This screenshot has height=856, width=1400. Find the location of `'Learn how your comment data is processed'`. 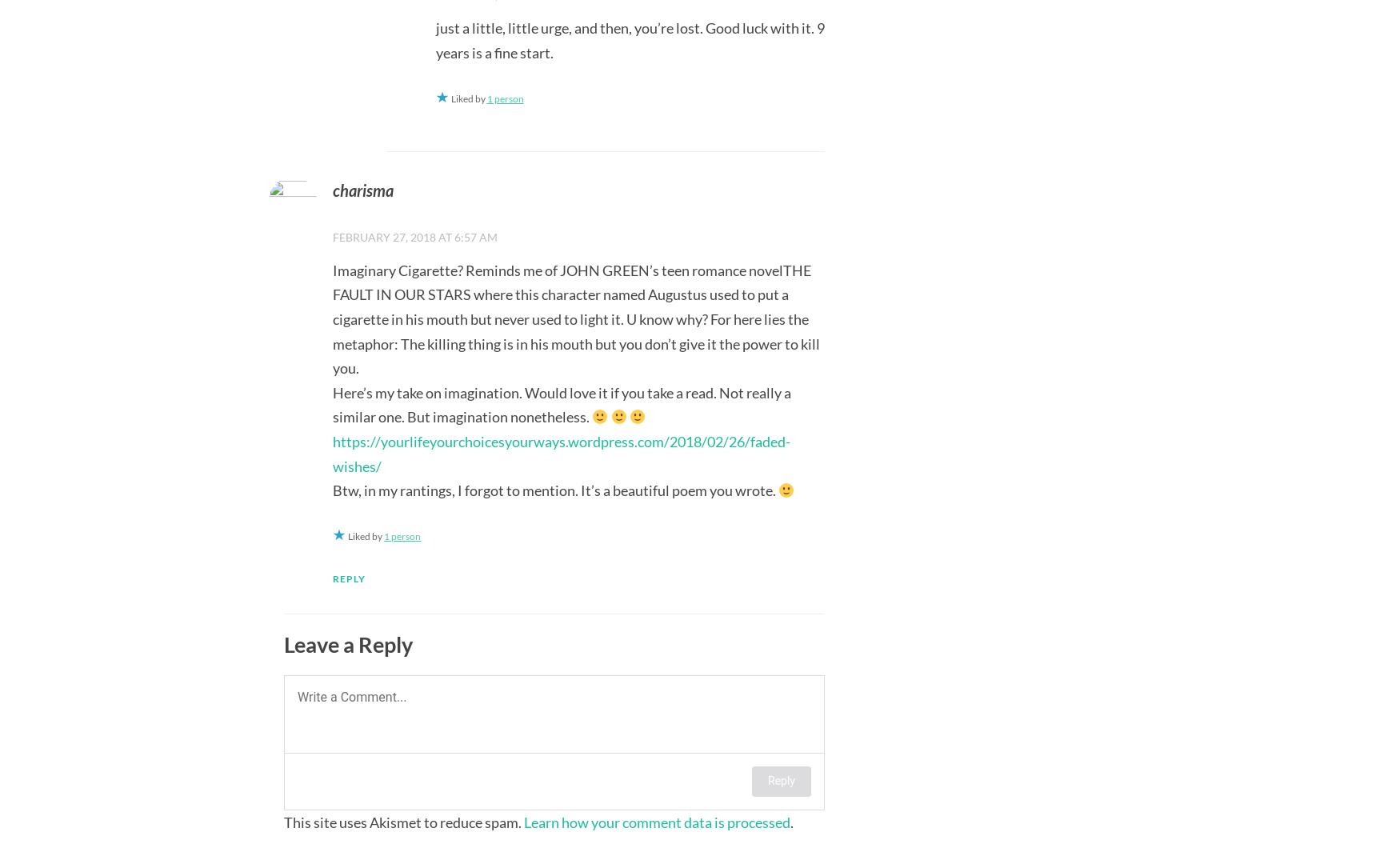

'Learn how your comment data is processed' is located at coordinates (523, 821).